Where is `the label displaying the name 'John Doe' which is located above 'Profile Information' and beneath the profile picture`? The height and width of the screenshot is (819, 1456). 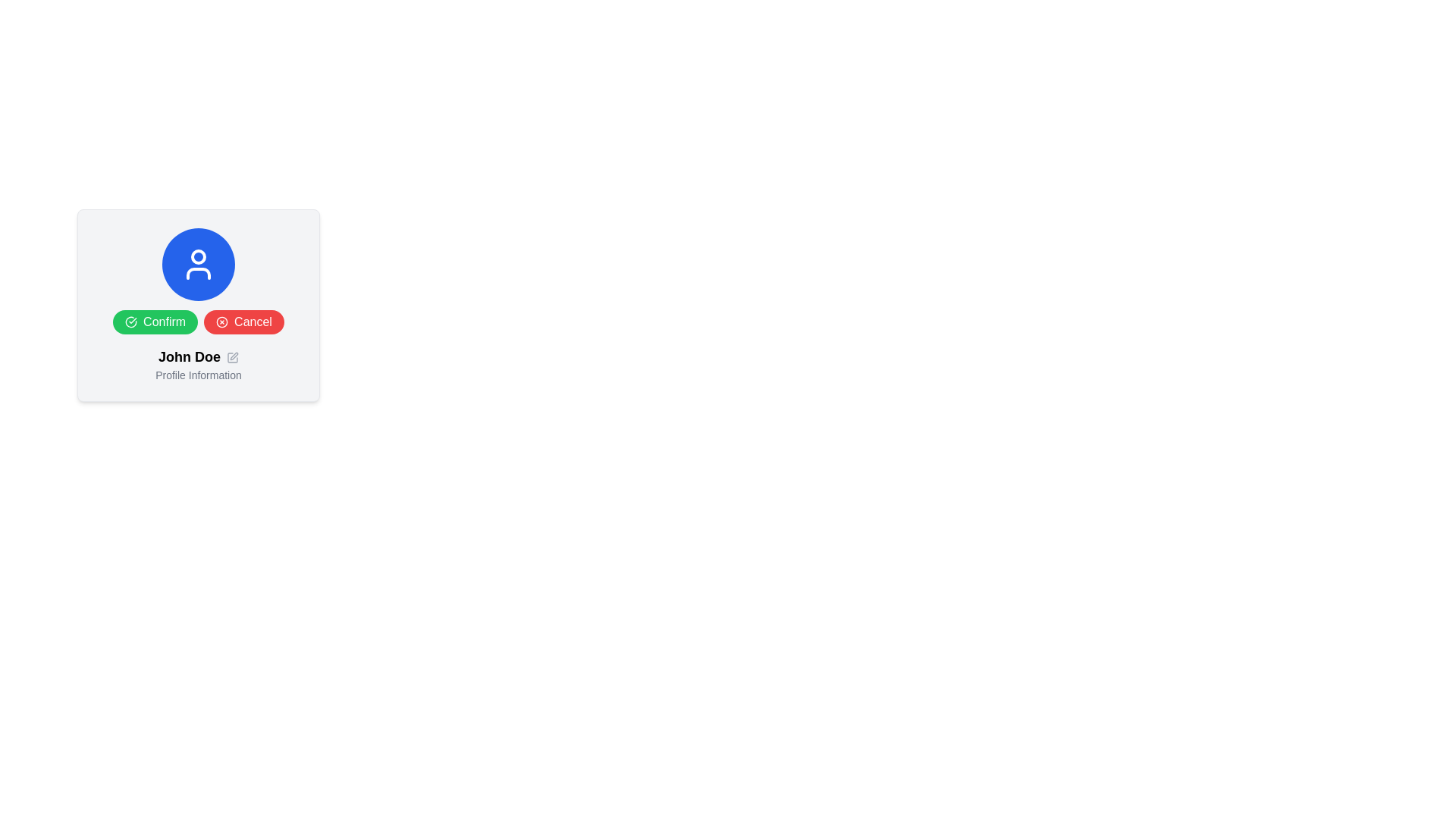
the label displaying the name 'John Doe' which is located above 'Profile Information' and beneath the profile picture is located at coordinates (198, 356).